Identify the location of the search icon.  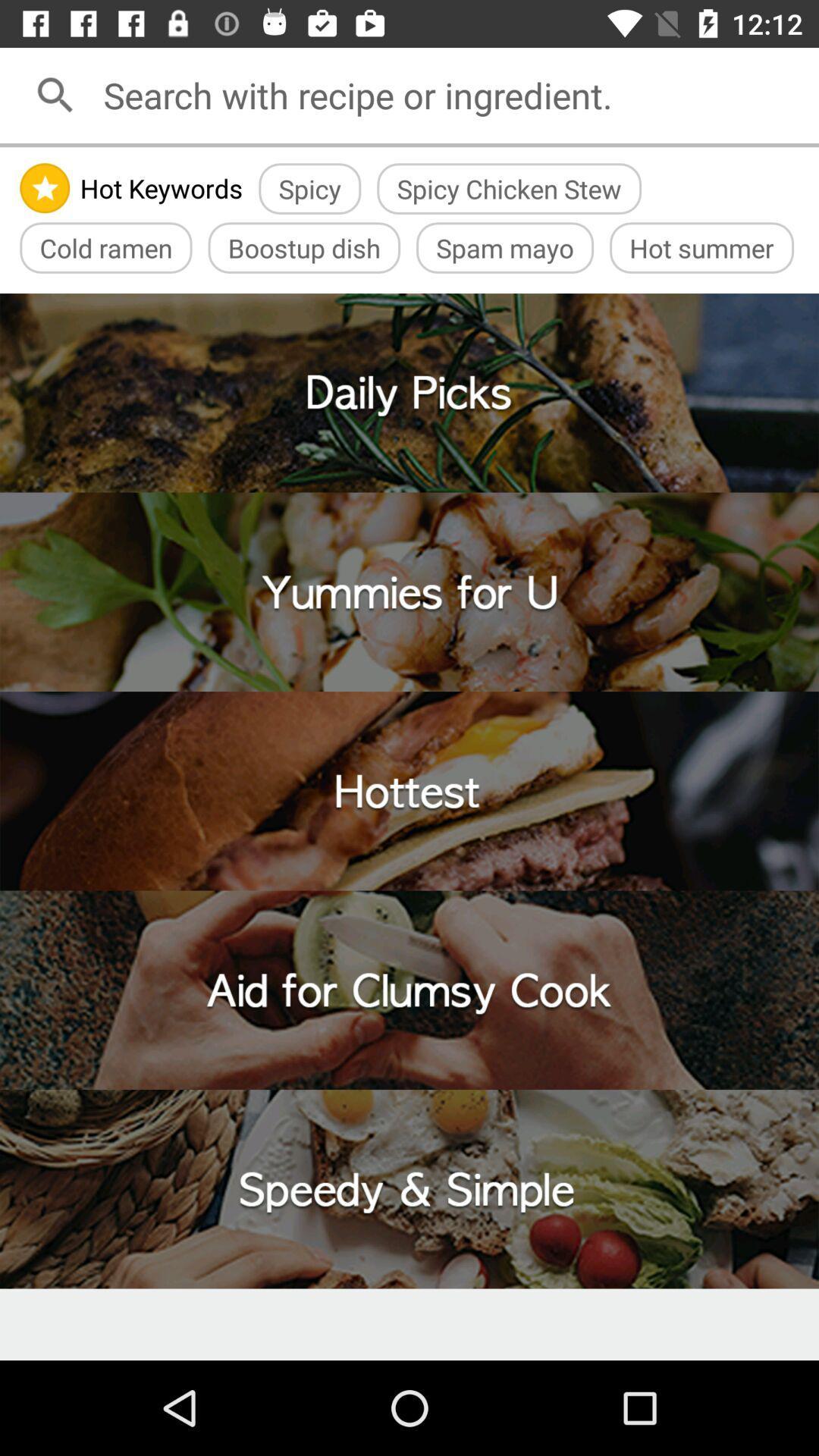
(55, 94).